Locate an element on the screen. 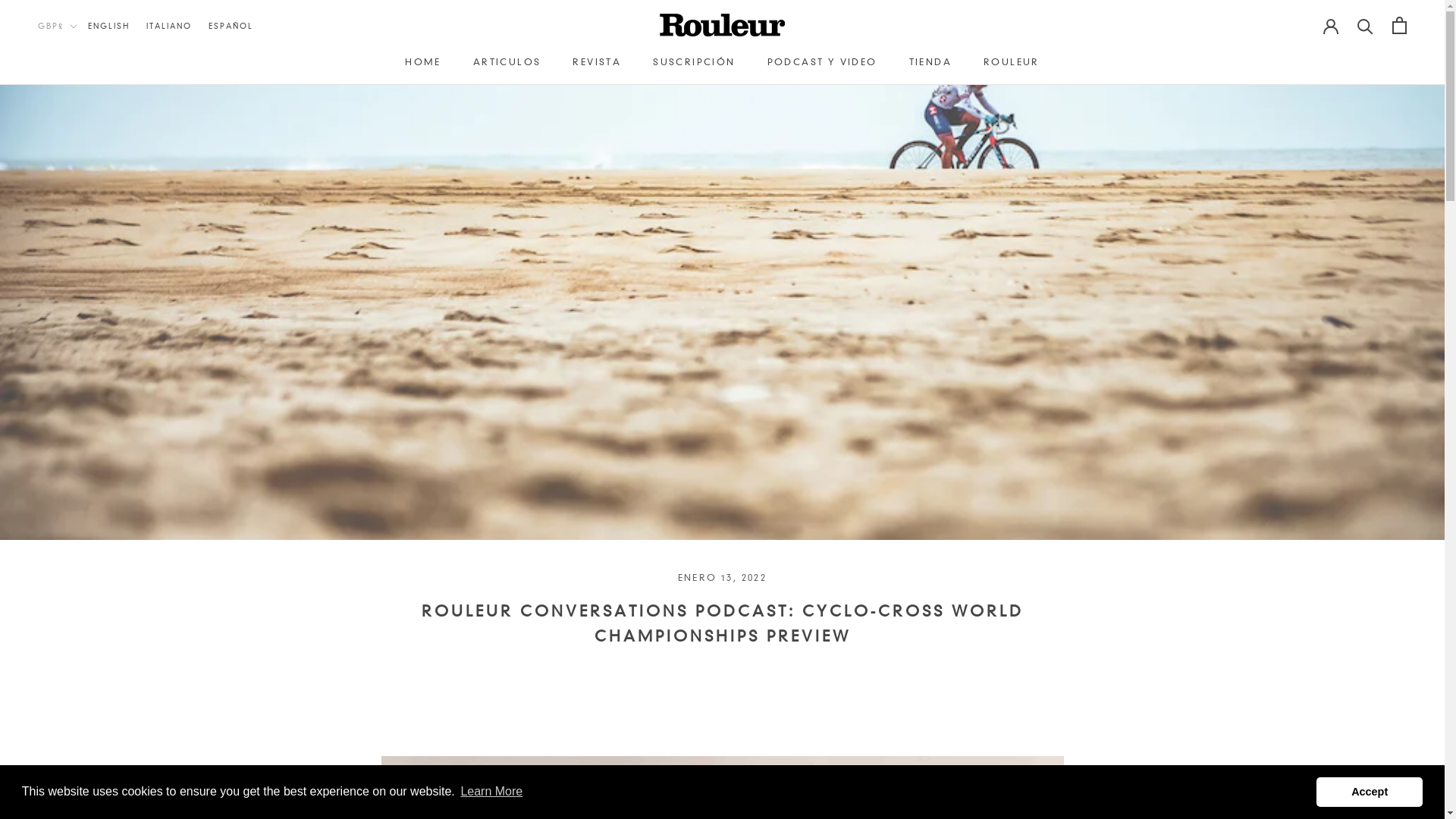  'TIENDA' is located at coordinates (930, 61).